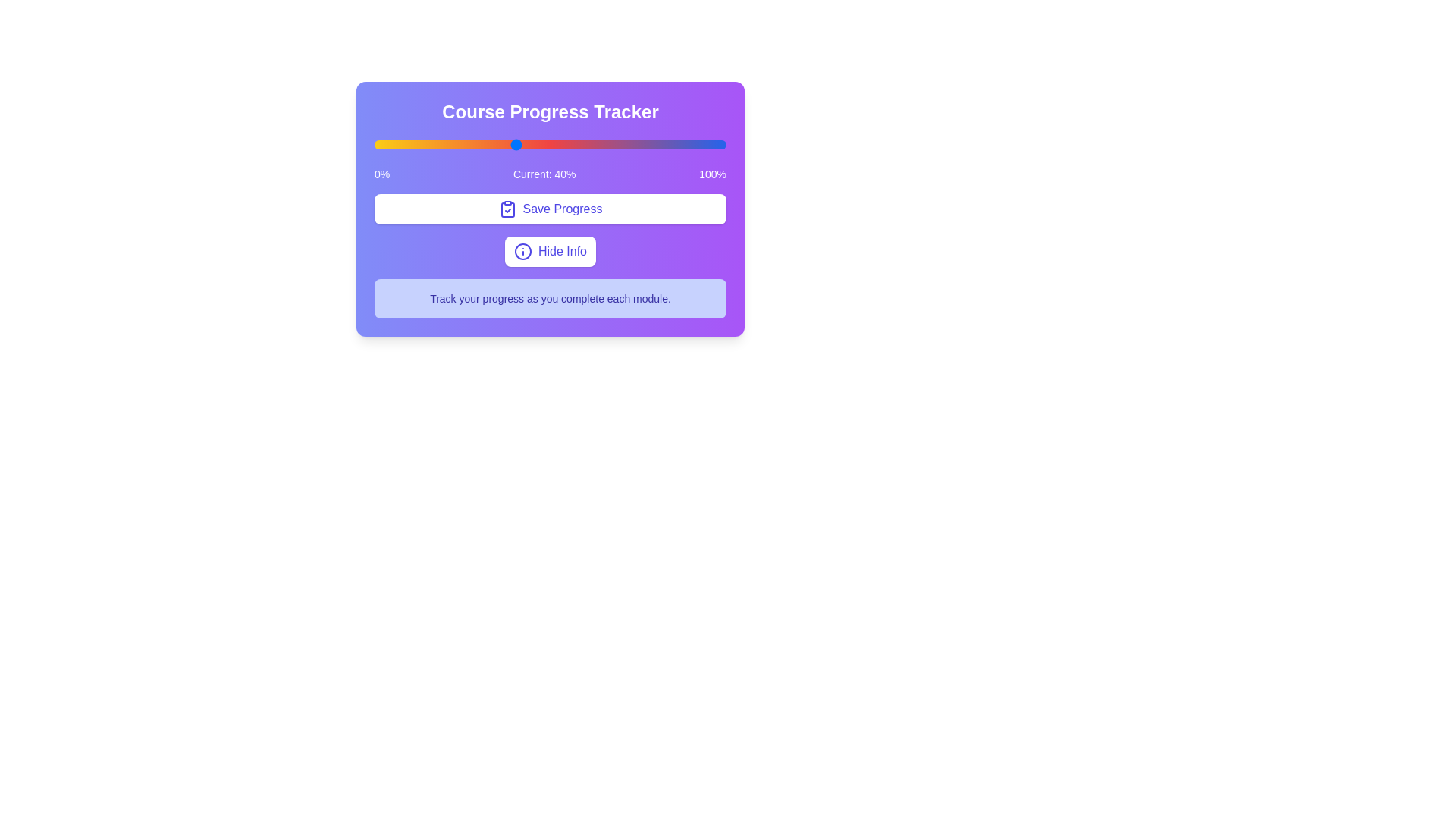 The image size is (1456, 819). What do you see at coordinates (406, 145) in the screenshot?
I see `the course progress` at bounding box center [406, 145].